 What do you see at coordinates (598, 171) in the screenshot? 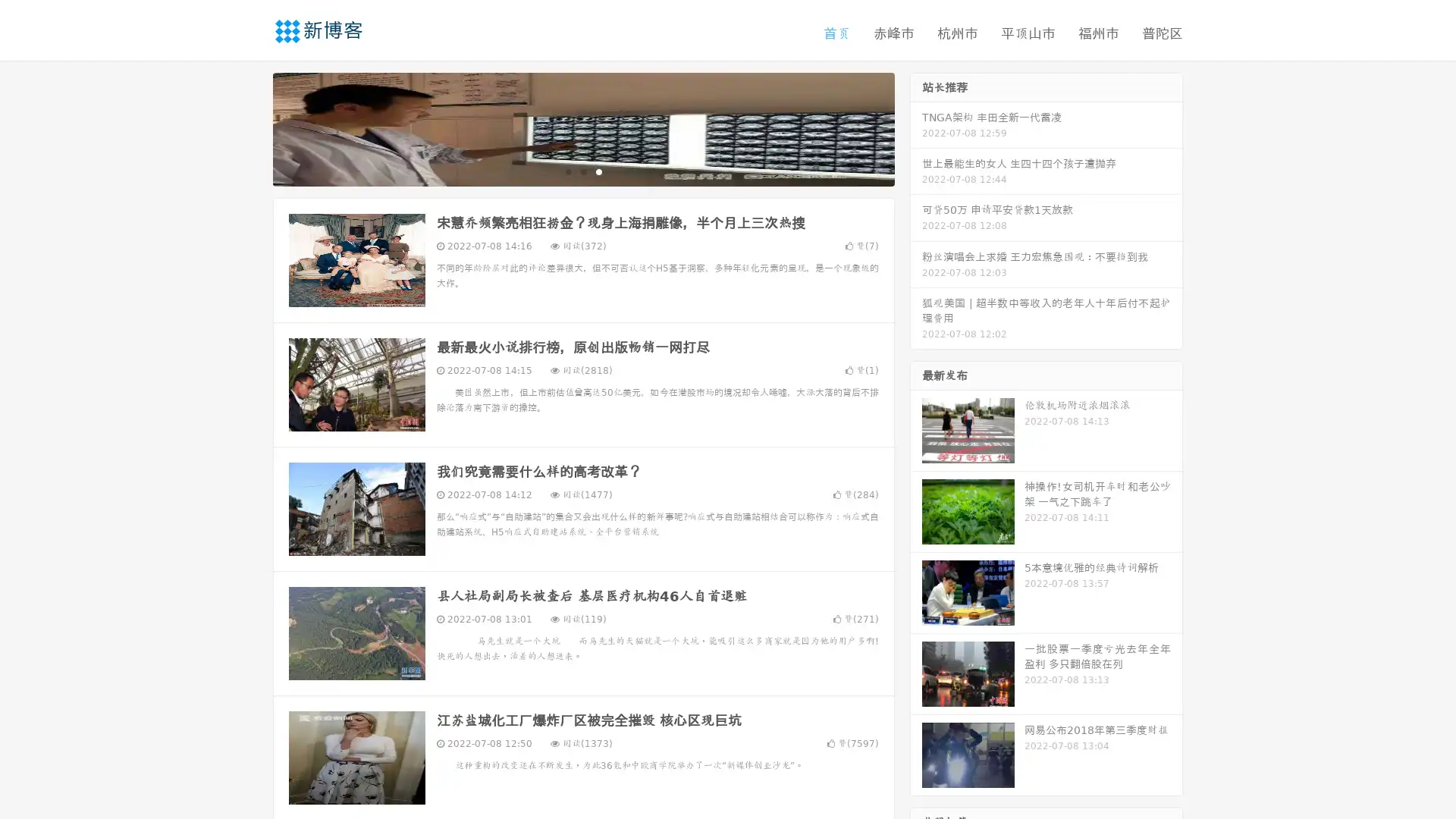
I see `Go to slide 3` at bounding box center [598, 171].